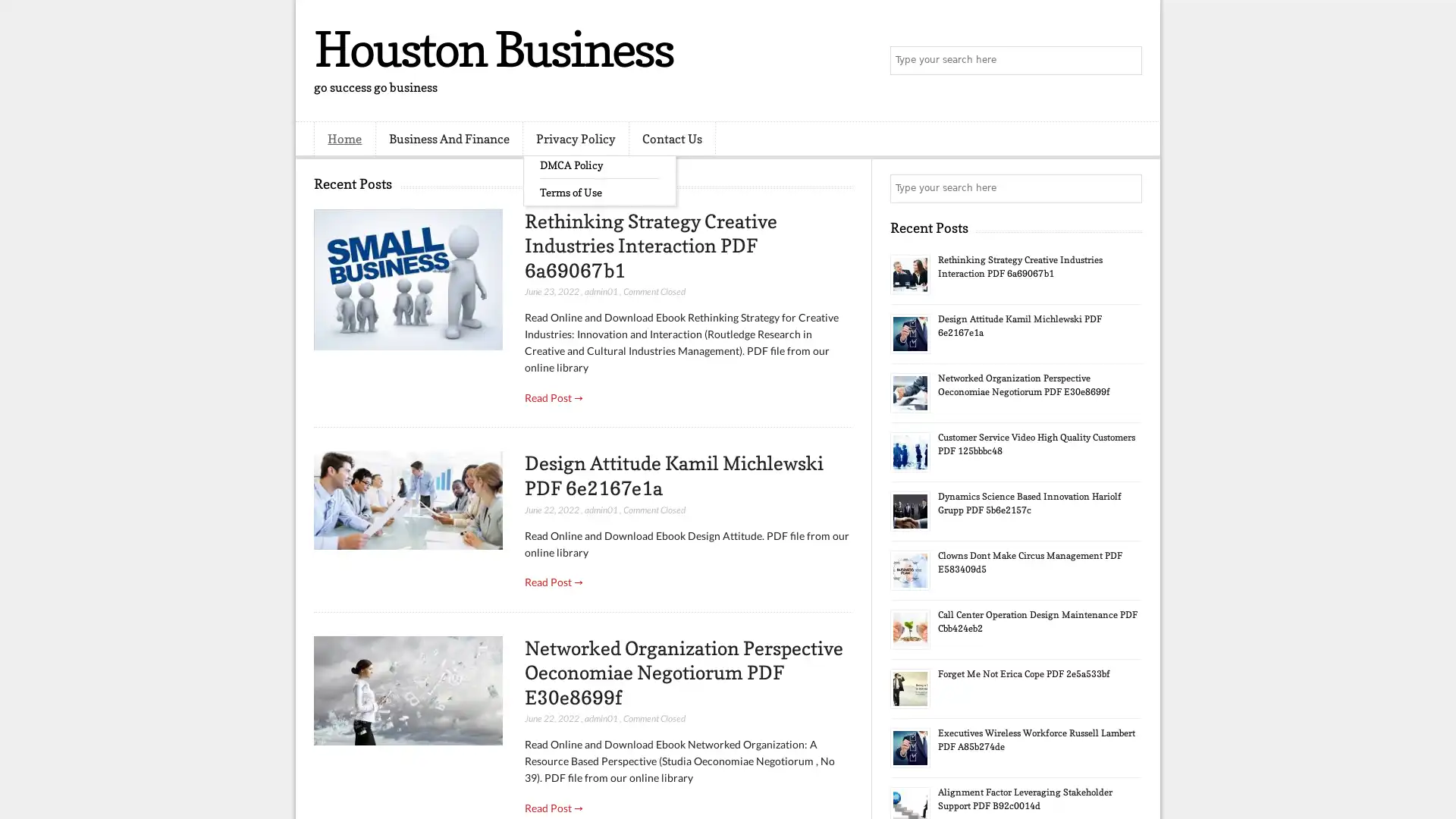  I want to click on Search, so click(1126, 61).